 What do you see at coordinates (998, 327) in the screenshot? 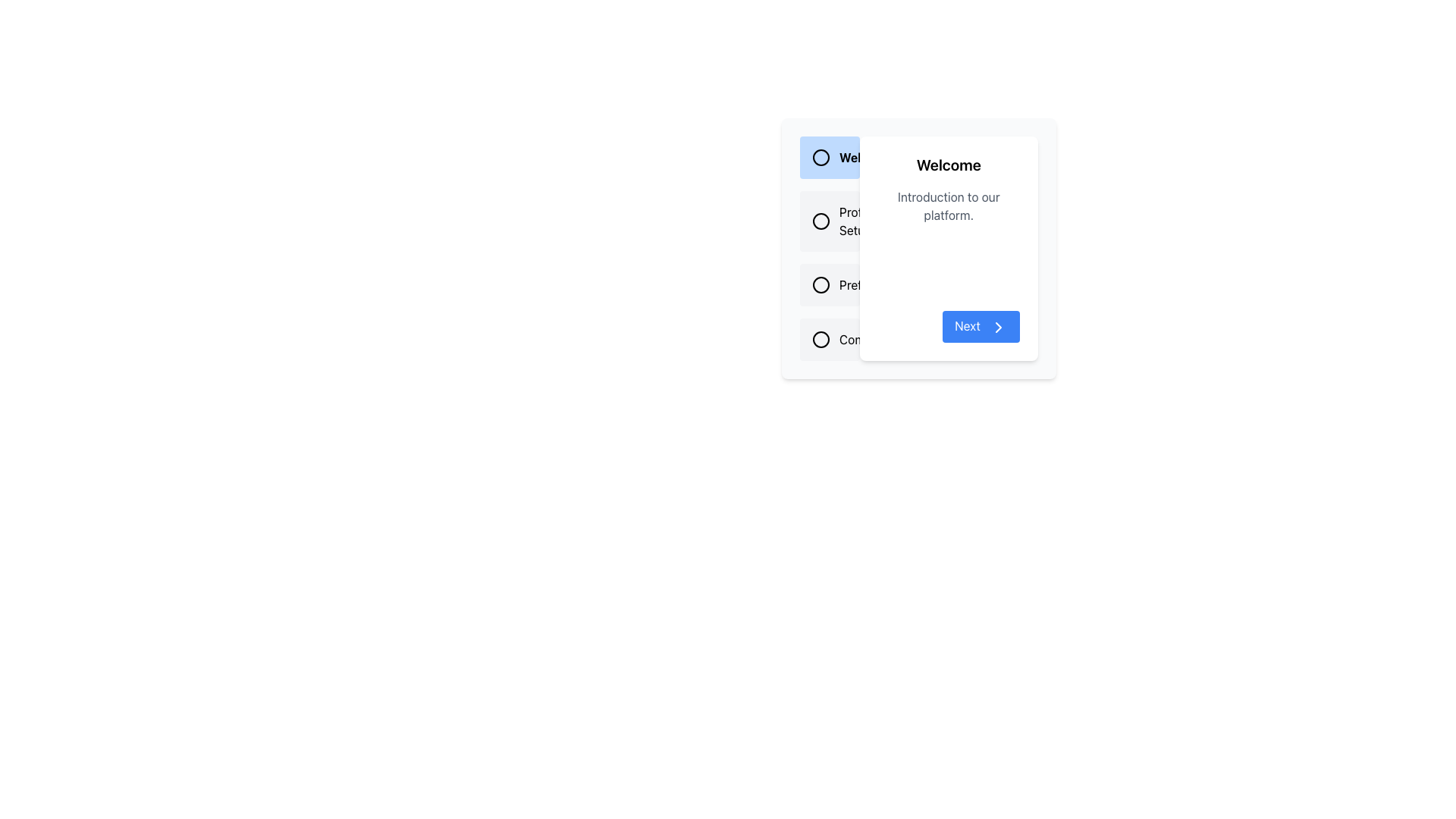
I see `the right-side icon inside the 'Next' button located at the bottom-right corner of the 'Welcome' dialog box` at bounding box center [998, 327].